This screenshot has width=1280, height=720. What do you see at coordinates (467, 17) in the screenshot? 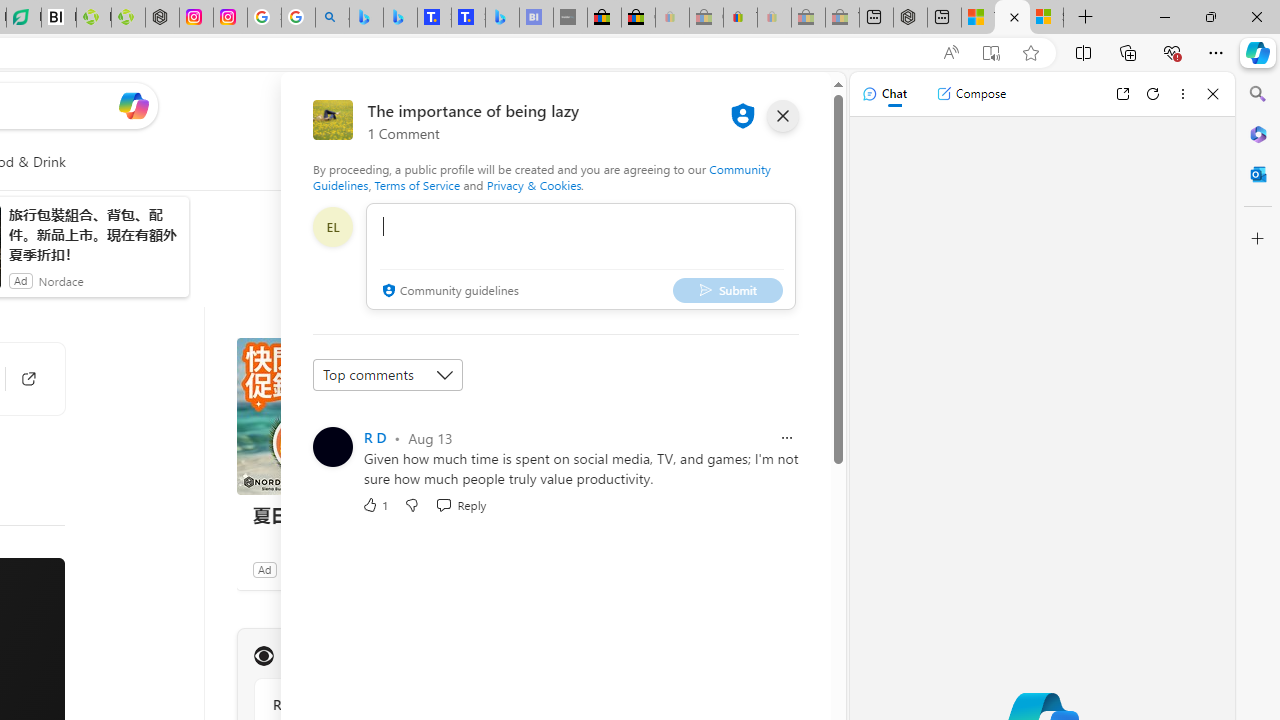
I see `'Shangri-La Bangkok, Hotel reviews and Room rates'` at bounding box center [467, 17].